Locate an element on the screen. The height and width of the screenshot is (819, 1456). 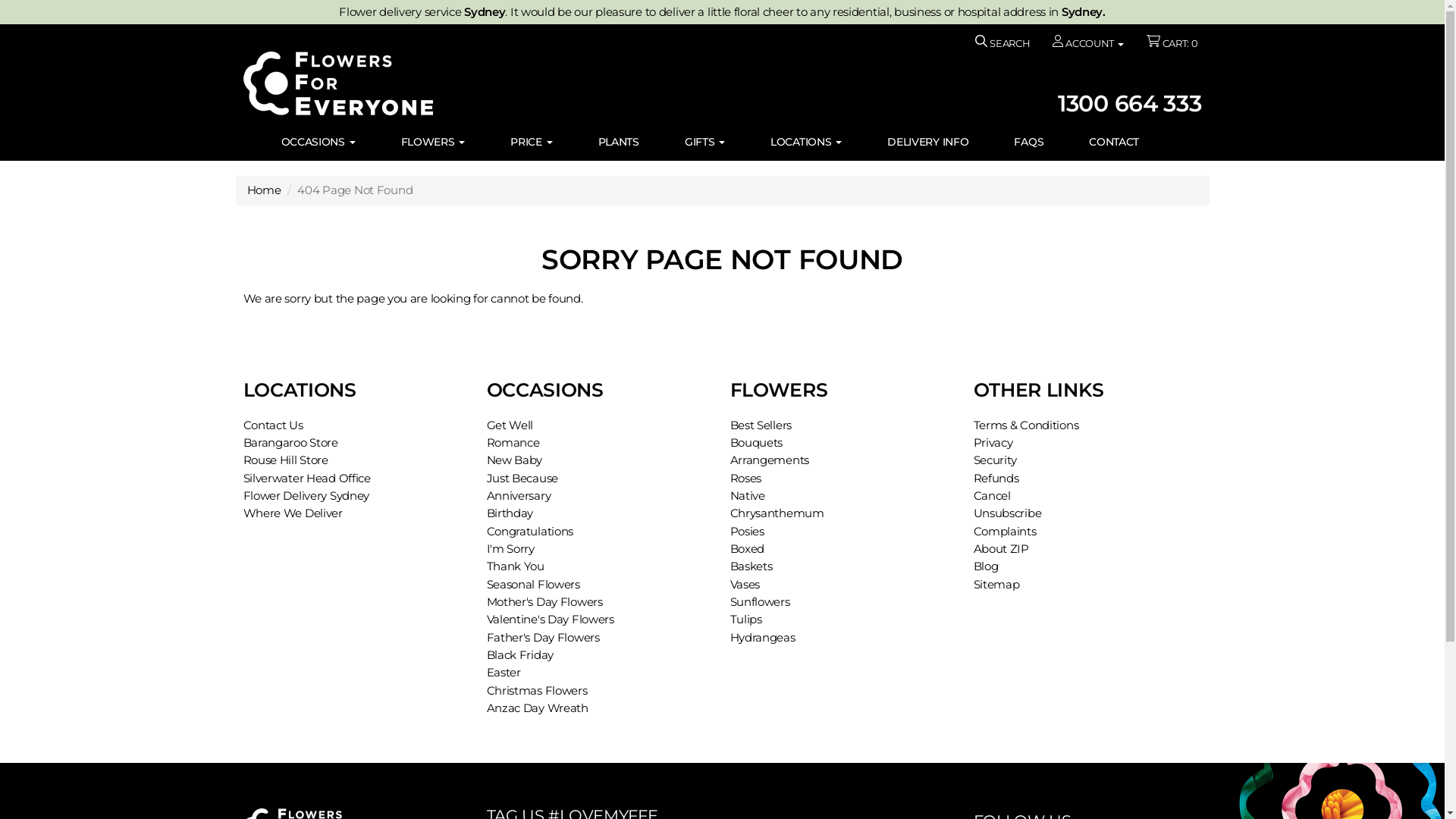
'Sitemap' is located at coordinates (996, 584).